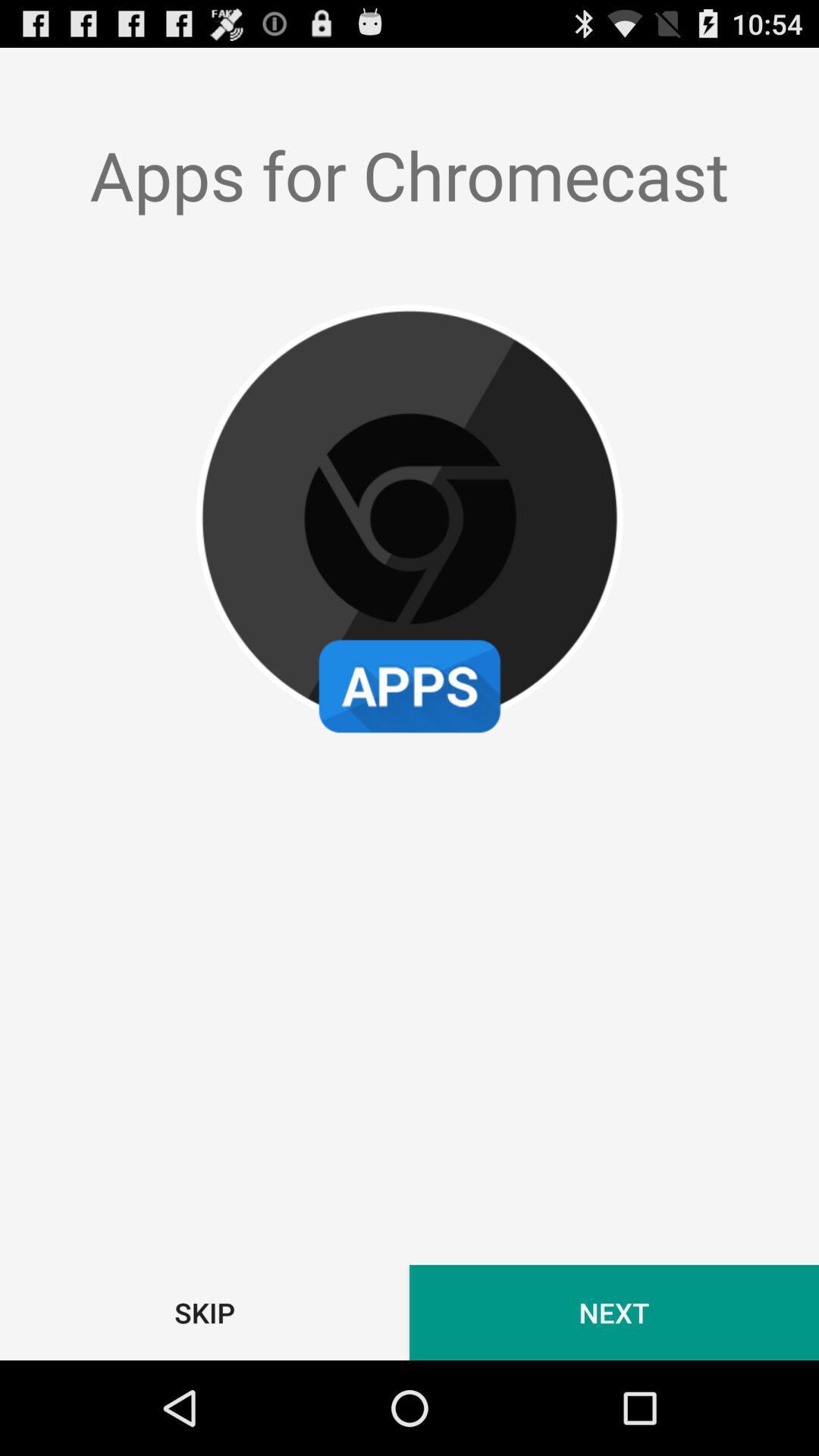 This screenshot has width=819, height=1456. I want to click on the item next to the skip, so click(614, 1312).